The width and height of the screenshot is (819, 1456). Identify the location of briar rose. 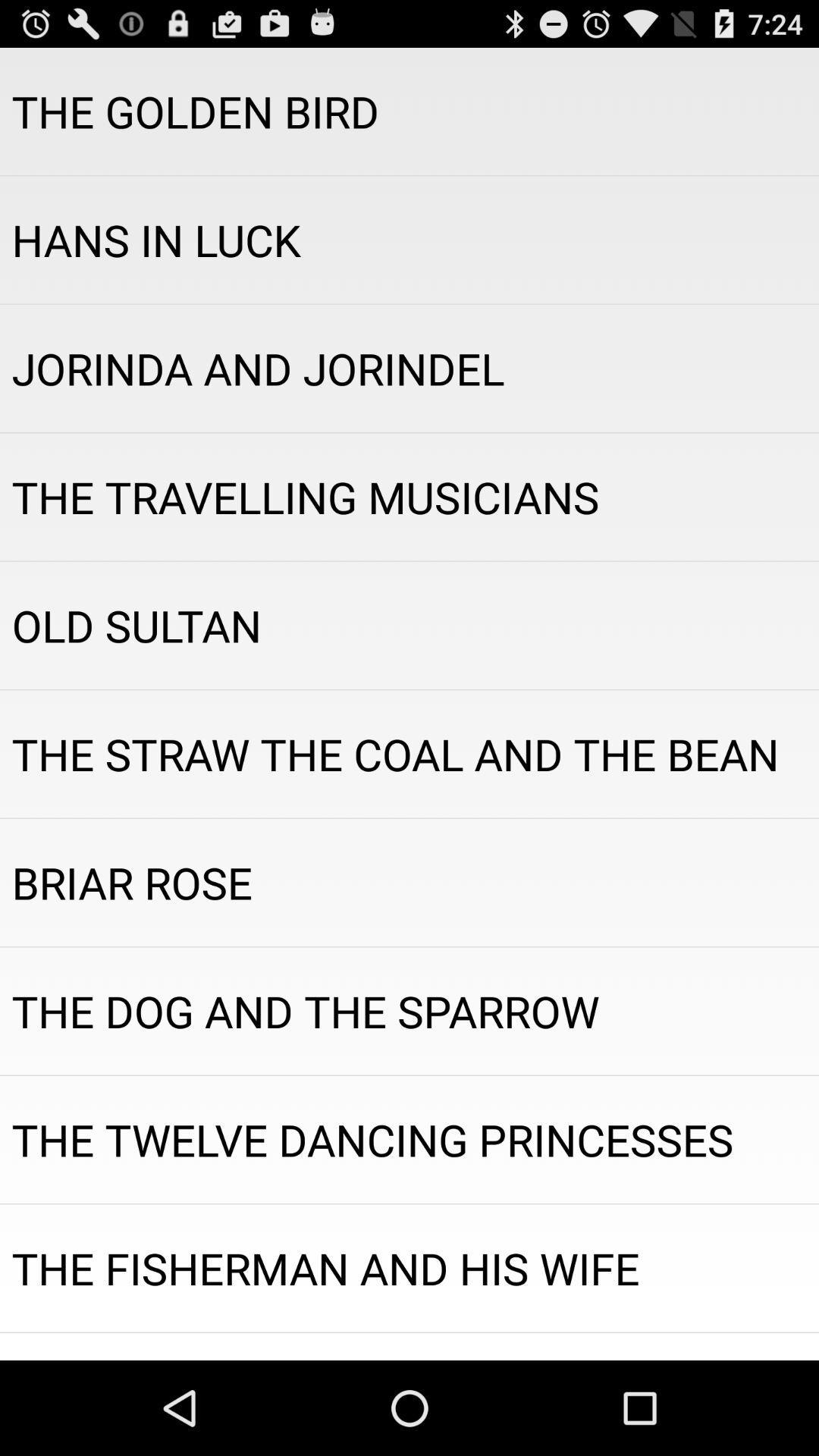
(409, 882).